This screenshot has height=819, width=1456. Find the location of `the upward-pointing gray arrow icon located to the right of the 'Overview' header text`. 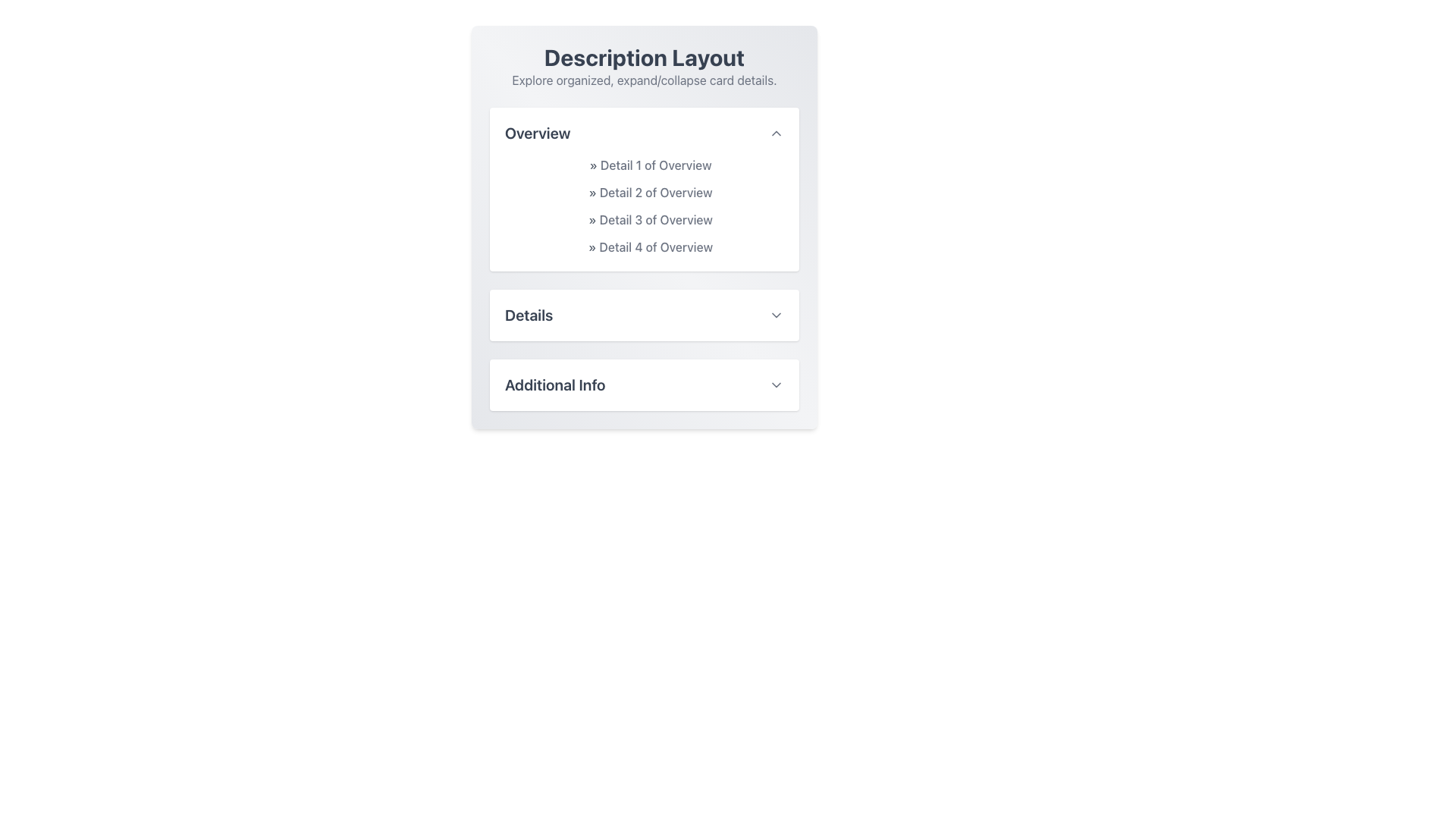

the upward-pointing gray arrow icon located to the right of the 'Overview' header text is located at coordinates (776, 133).